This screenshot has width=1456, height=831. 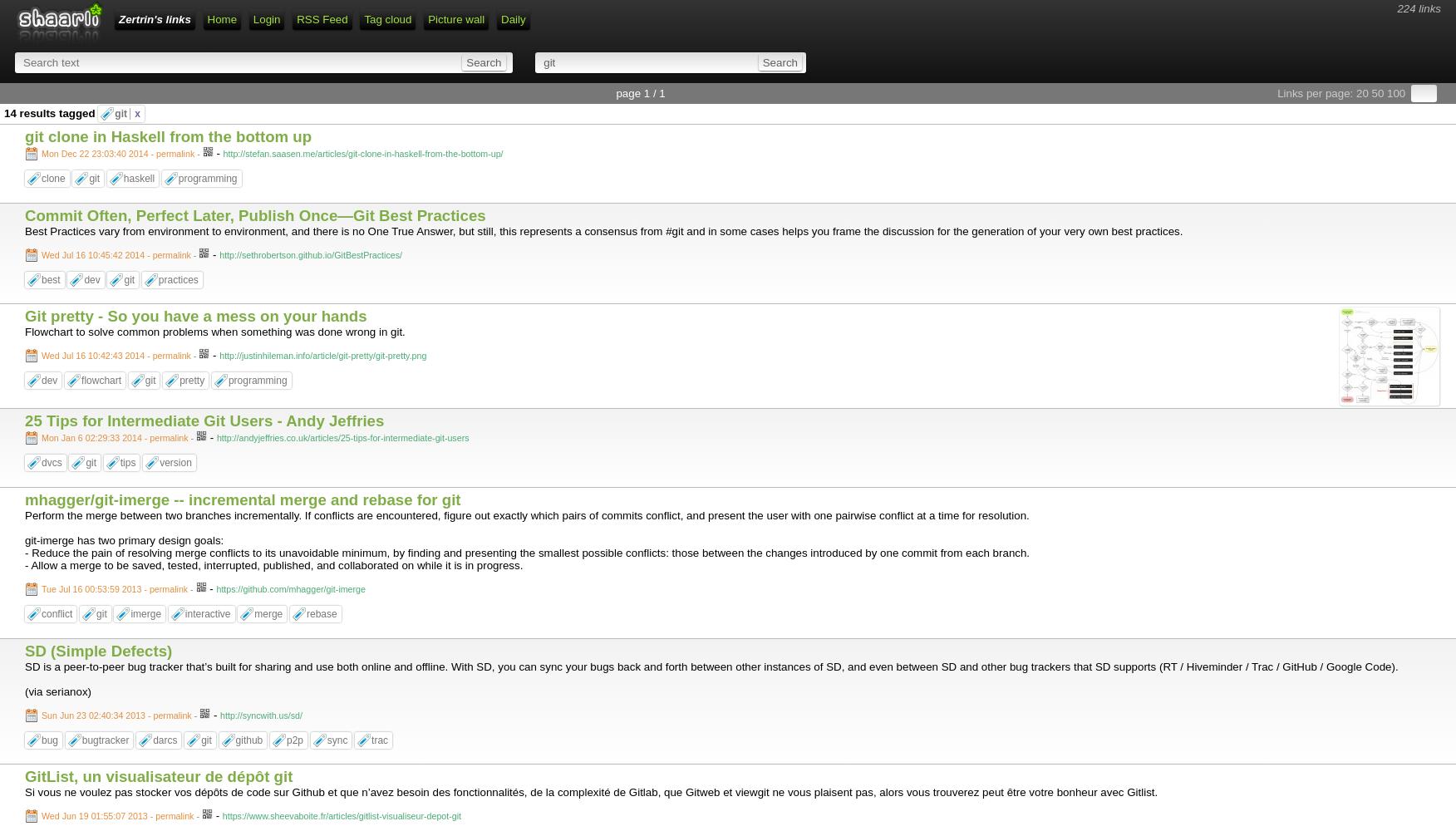 What do you see at coordinates (138, 178) in the screenshot?
I see `'haskell'` at bounding box center [138, 178].